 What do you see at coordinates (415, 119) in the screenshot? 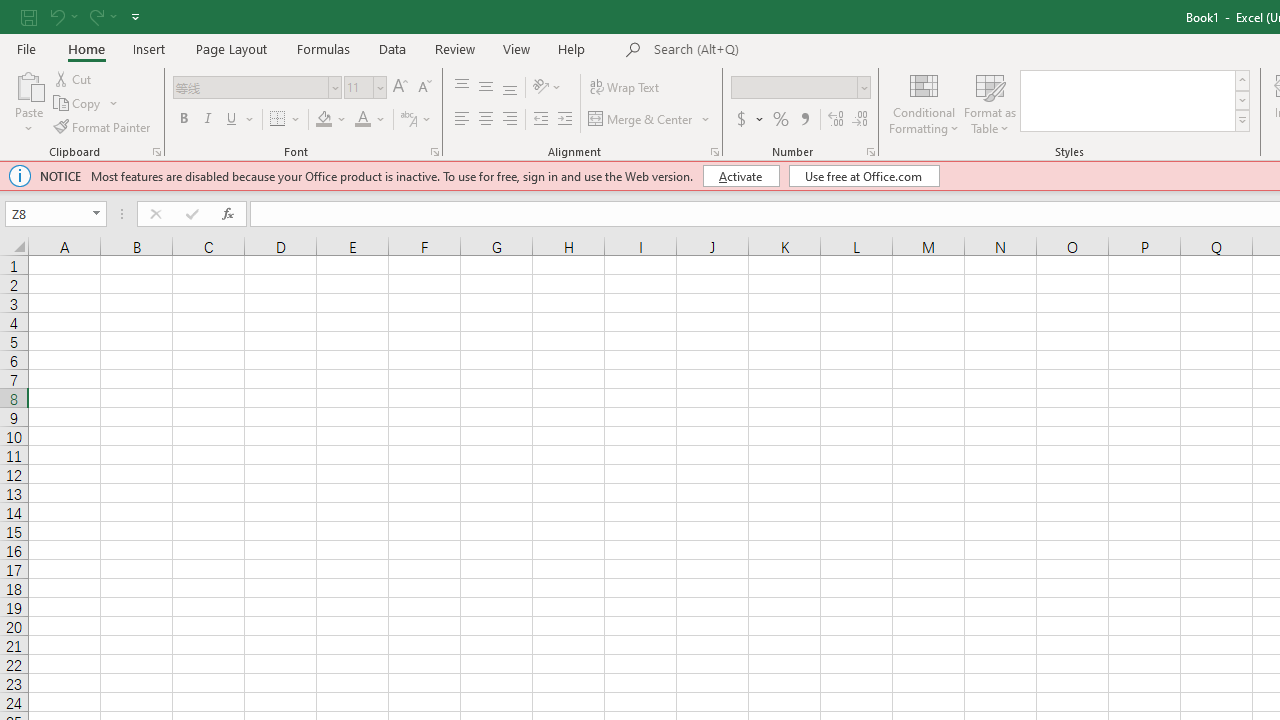
I see `'Show Phonetic Field'` at bounding box center [415, 119].